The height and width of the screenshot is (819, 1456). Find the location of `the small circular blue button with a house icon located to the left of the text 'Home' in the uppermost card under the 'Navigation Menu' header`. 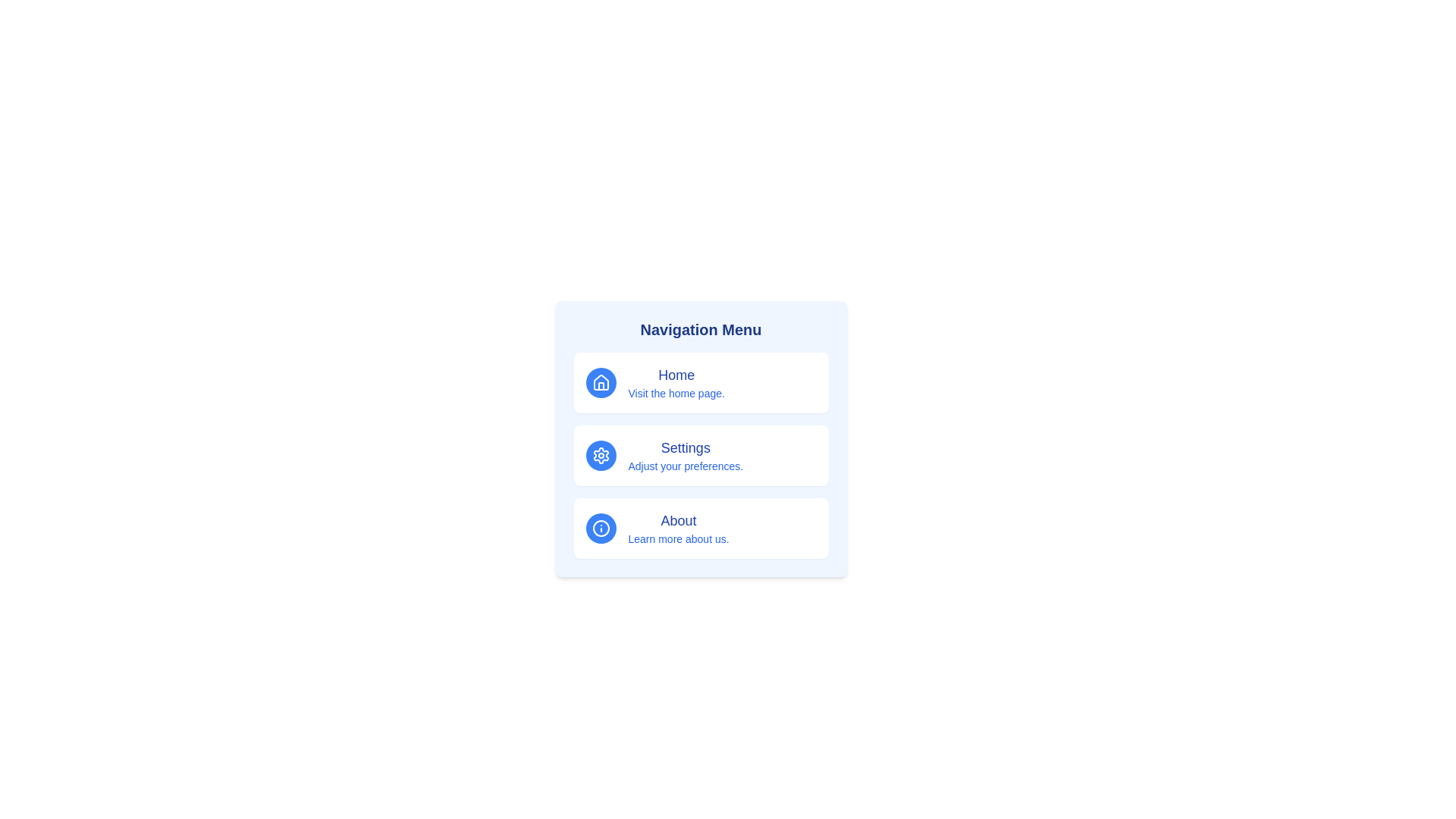

the small circular blue button with a house icon located to the left of the text 'Home' in the uppermost card under the 'Navigation Menu' header is located at coordinates (600, 382).